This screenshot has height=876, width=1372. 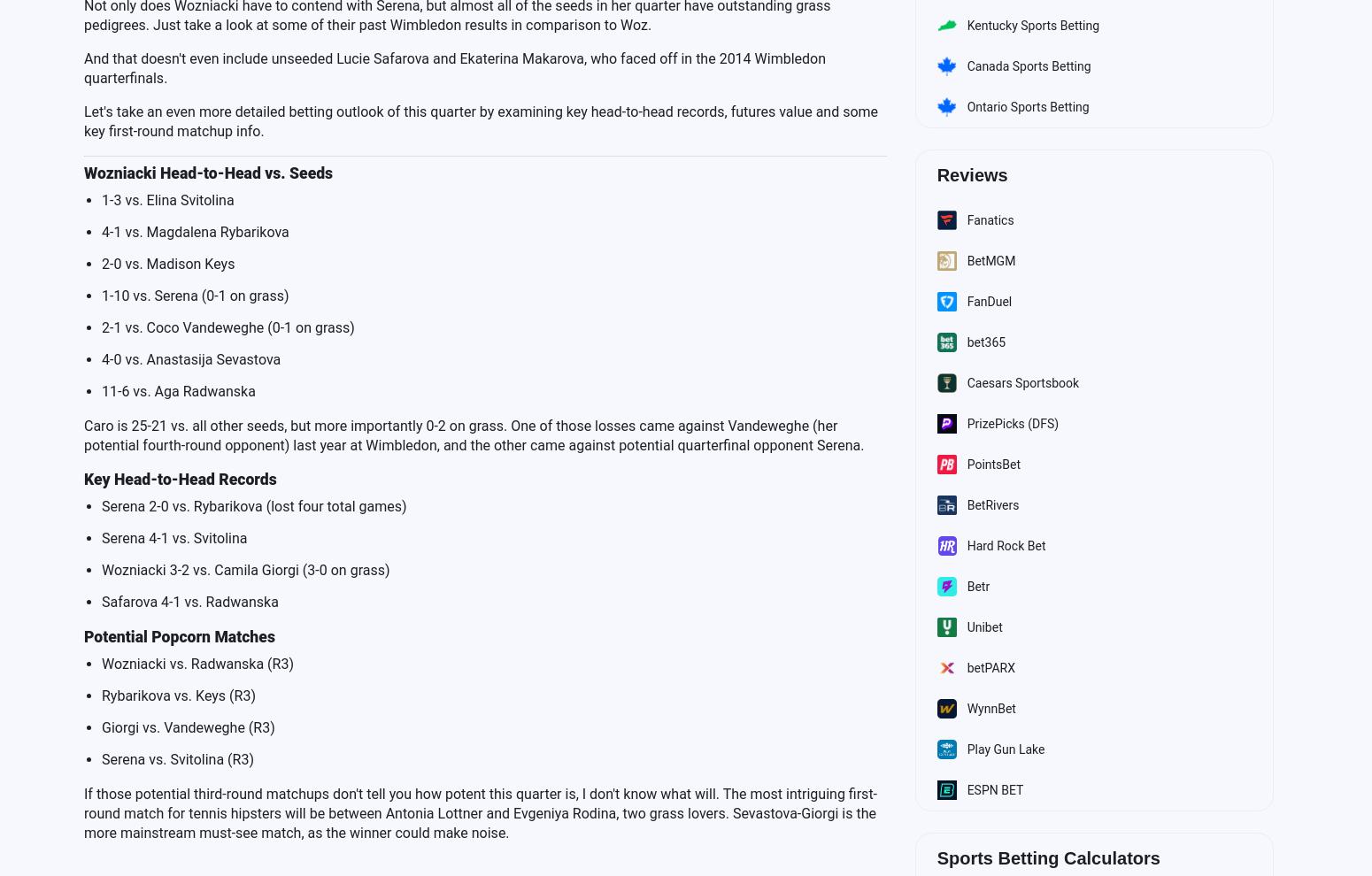 I want to click on 'Serena 4-1 vs. Svitolina', so click(x=173, y=536).